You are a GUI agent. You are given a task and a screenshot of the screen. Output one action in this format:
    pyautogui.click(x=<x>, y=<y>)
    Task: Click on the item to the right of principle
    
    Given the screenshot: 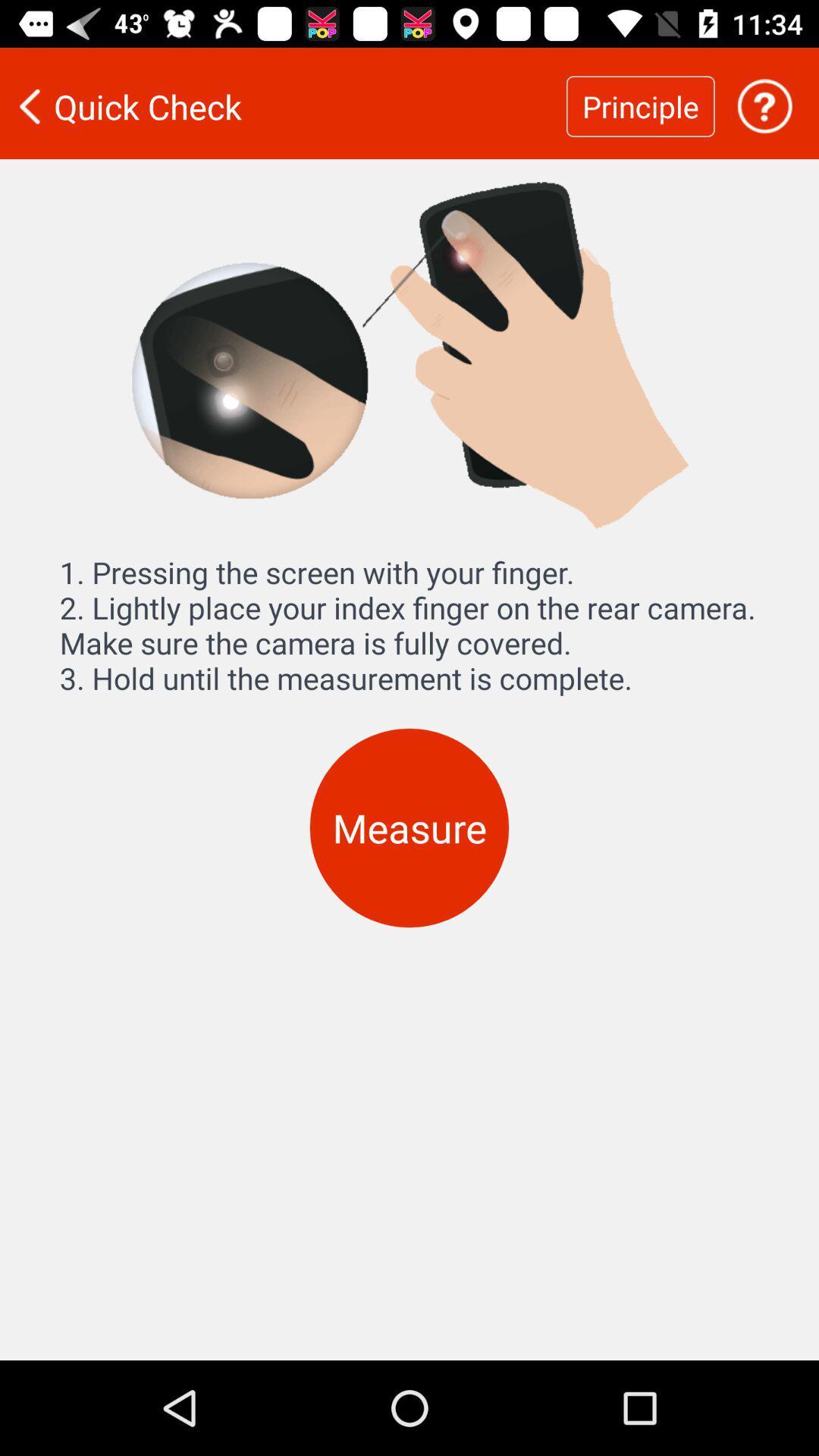 What is the action you would take?
    pyautogui.click(x=764, y=105)
    